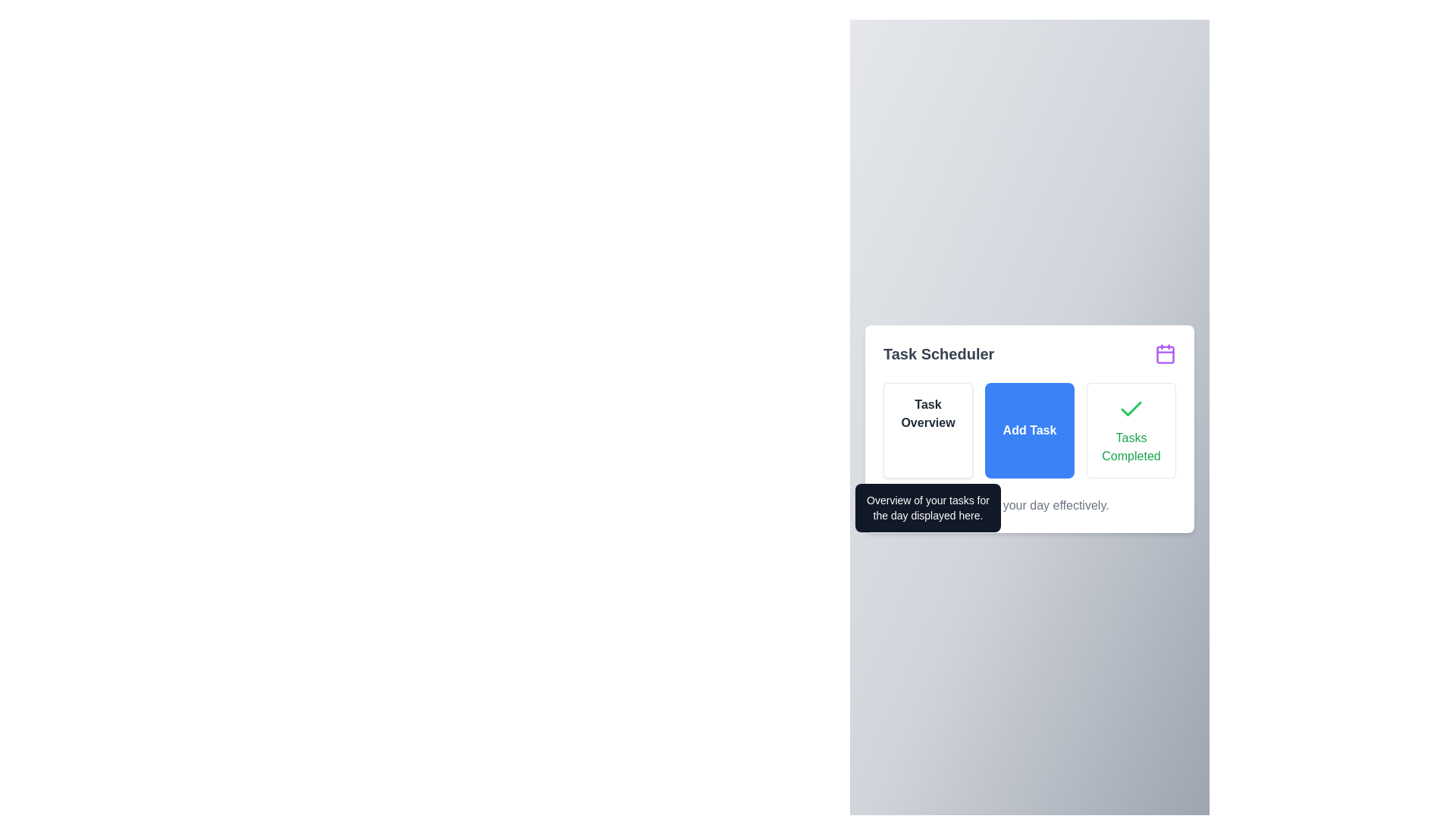 The height and width of the screenshot is (819, 1456). What do you see at coordinates (927, 508) in the screenshot?
I see `text displayed in the tooltip with dark background and white text reading 'Overview of your tasks for the day displayed here.' located below the 'Task Overview' section in the 'Task Scheduler' panel` at bounding box center [927, 508].